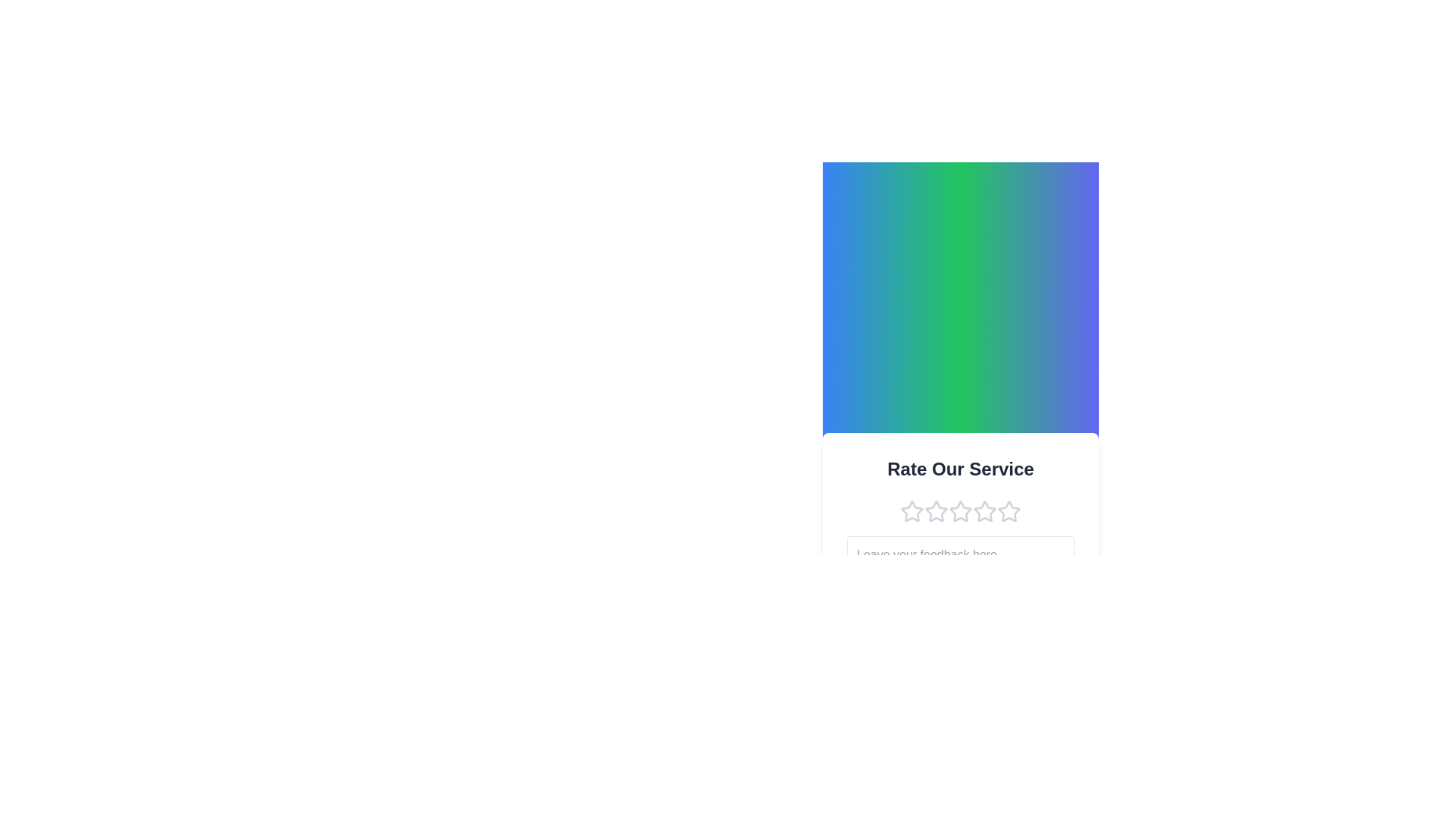 This screenshot has width=1456, height=819. Describe the element at coordinates (912, 511) in the screenshot. I see `the first star-shaped icon in the star rating component located below the 'Rate Our Service' text` at that location.